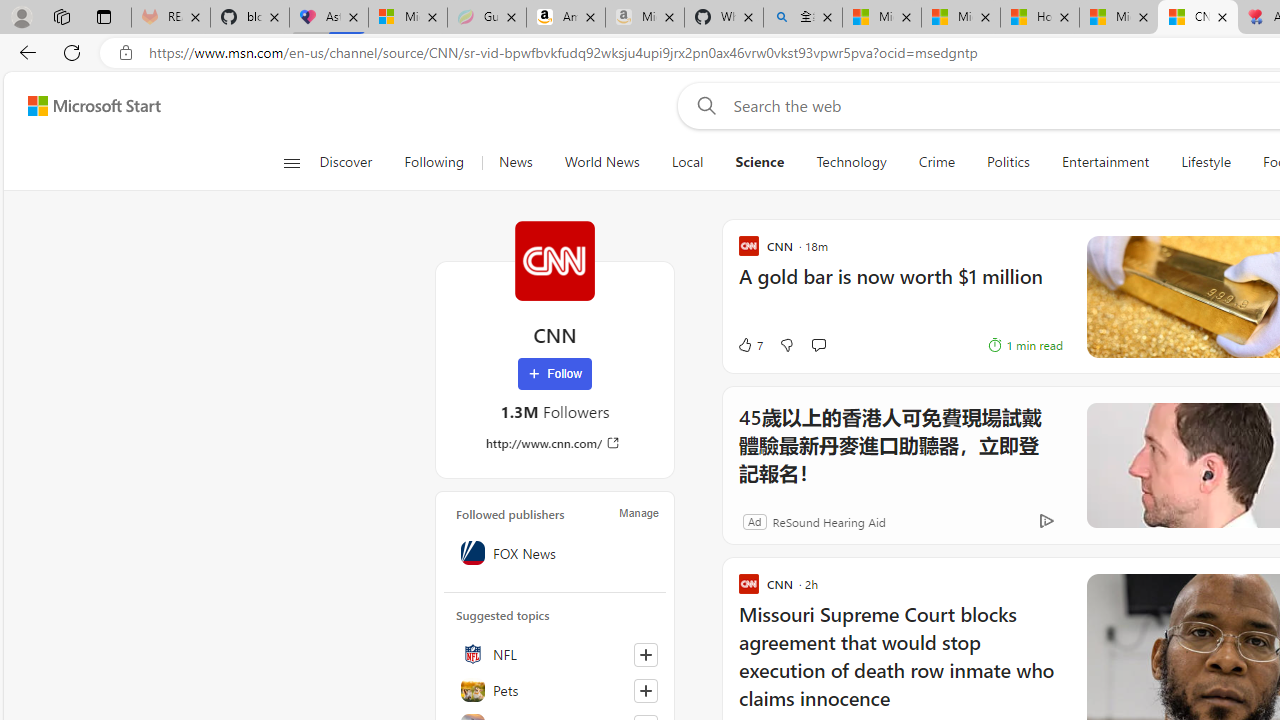 The height and width of the screenshot is (720, 1280). I want to click on 'CNN - MSN', so click(1197, 17).